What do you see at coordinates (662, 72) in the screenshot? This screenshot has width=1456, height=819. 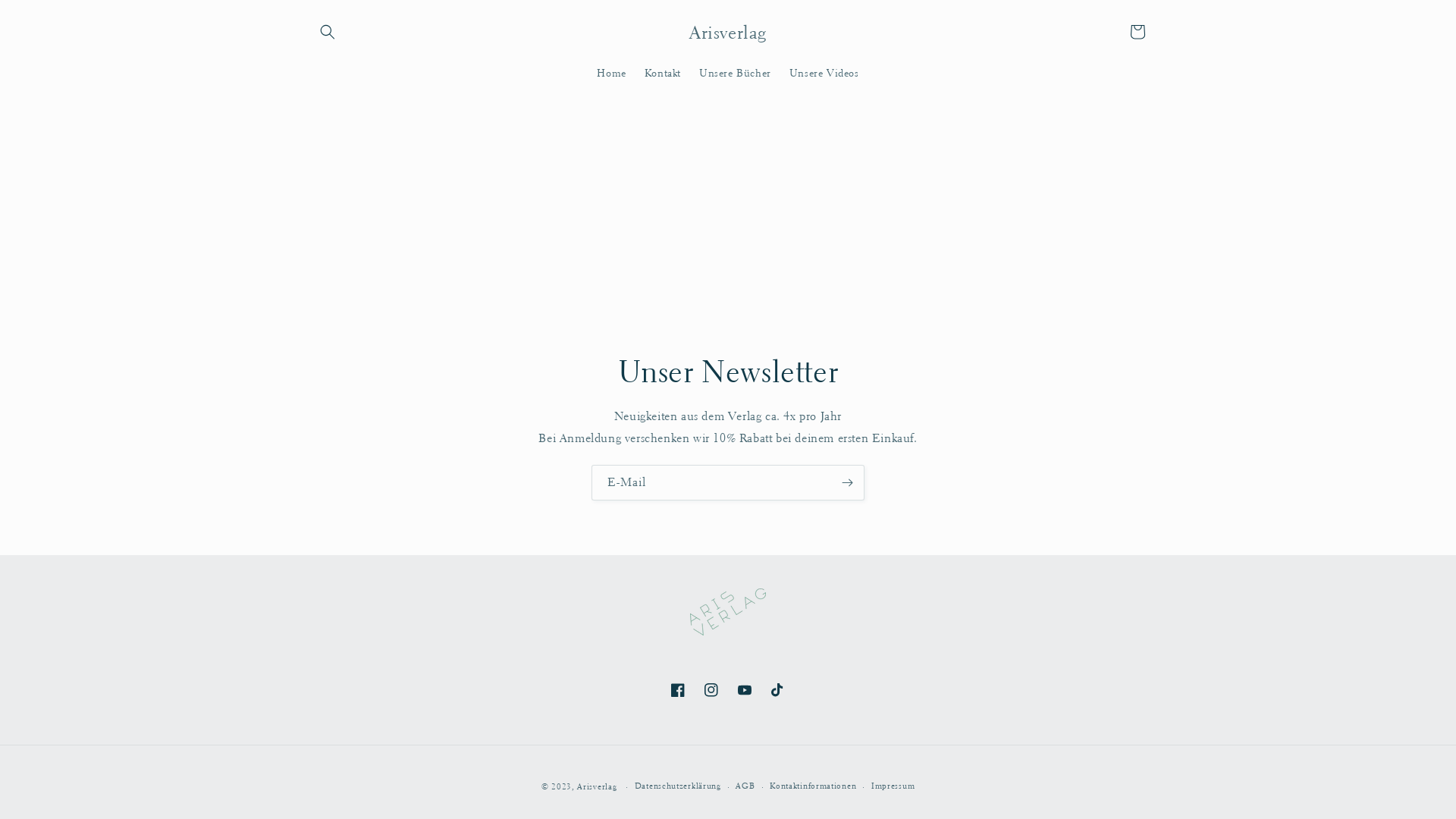 I see `'Kontakt'` at bounding box center [662, 72].